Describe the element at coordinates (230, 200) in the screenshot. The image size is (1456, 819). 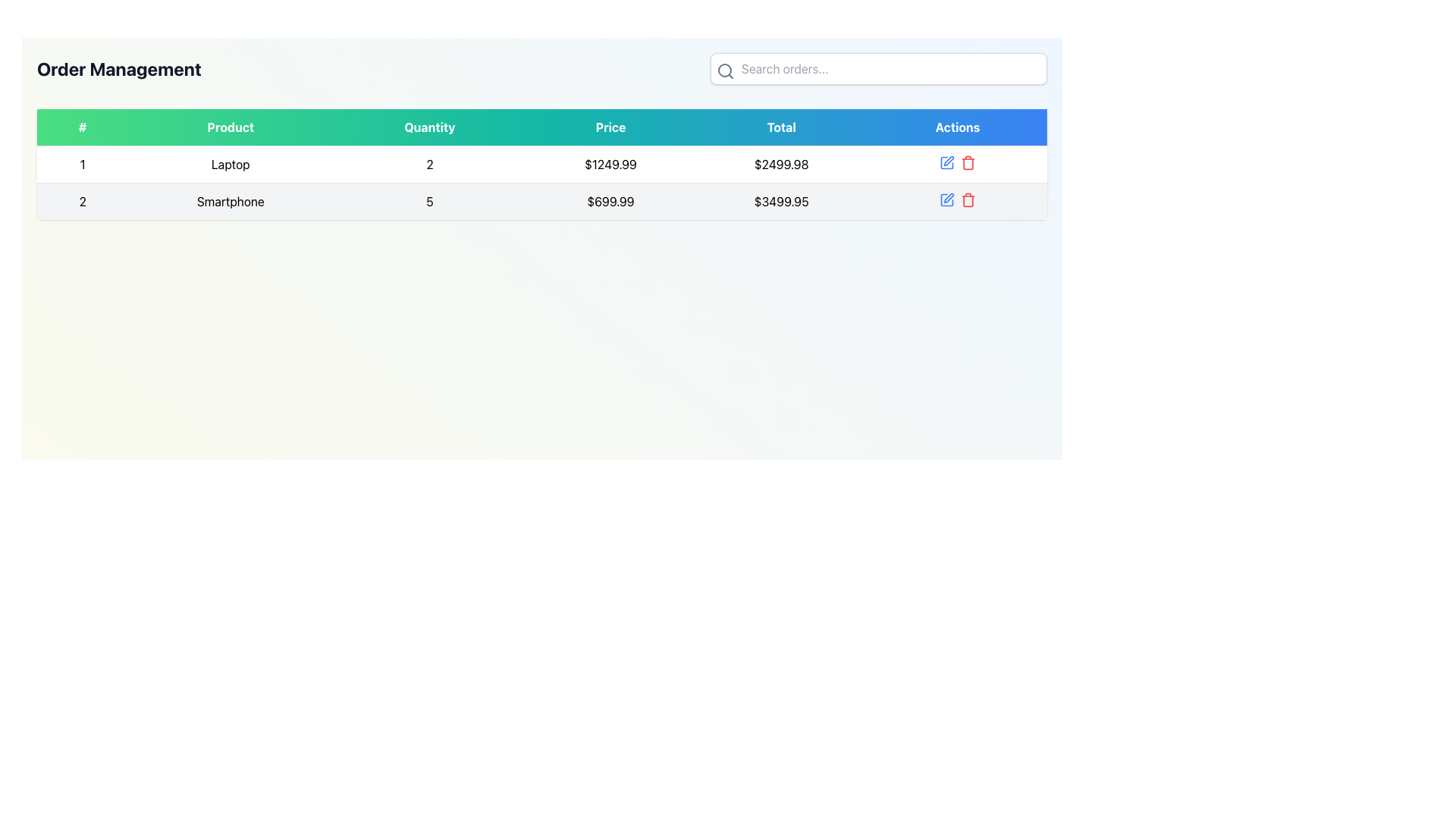
I see `the text label displaying 'Smartphone' located in the second cell of the second row under the 'Product' column in the table` at that location.